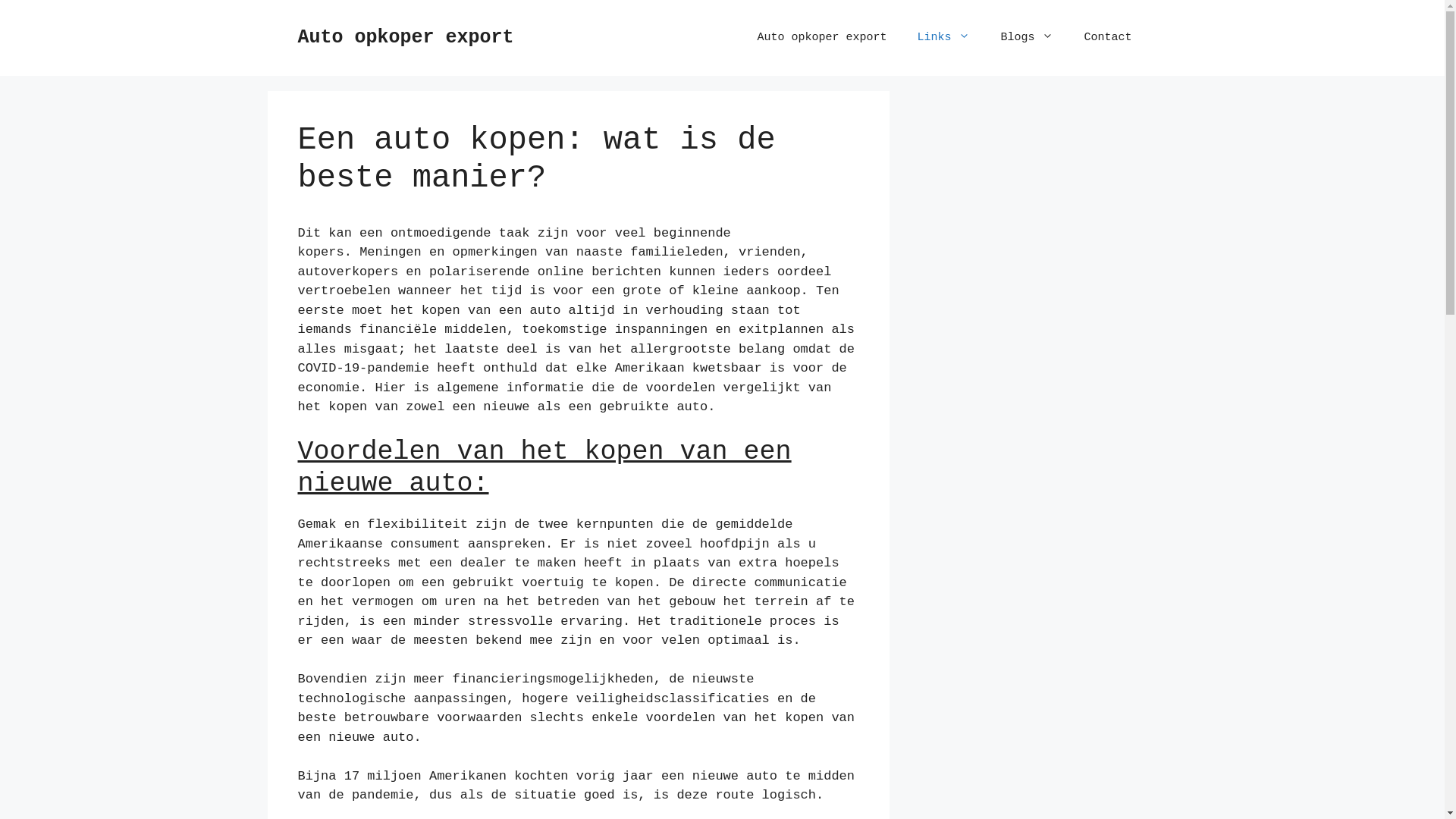 The height and width of the screenshot is (819, 1456). I want to click on 'Auto opkoper export', so click(821, 37).